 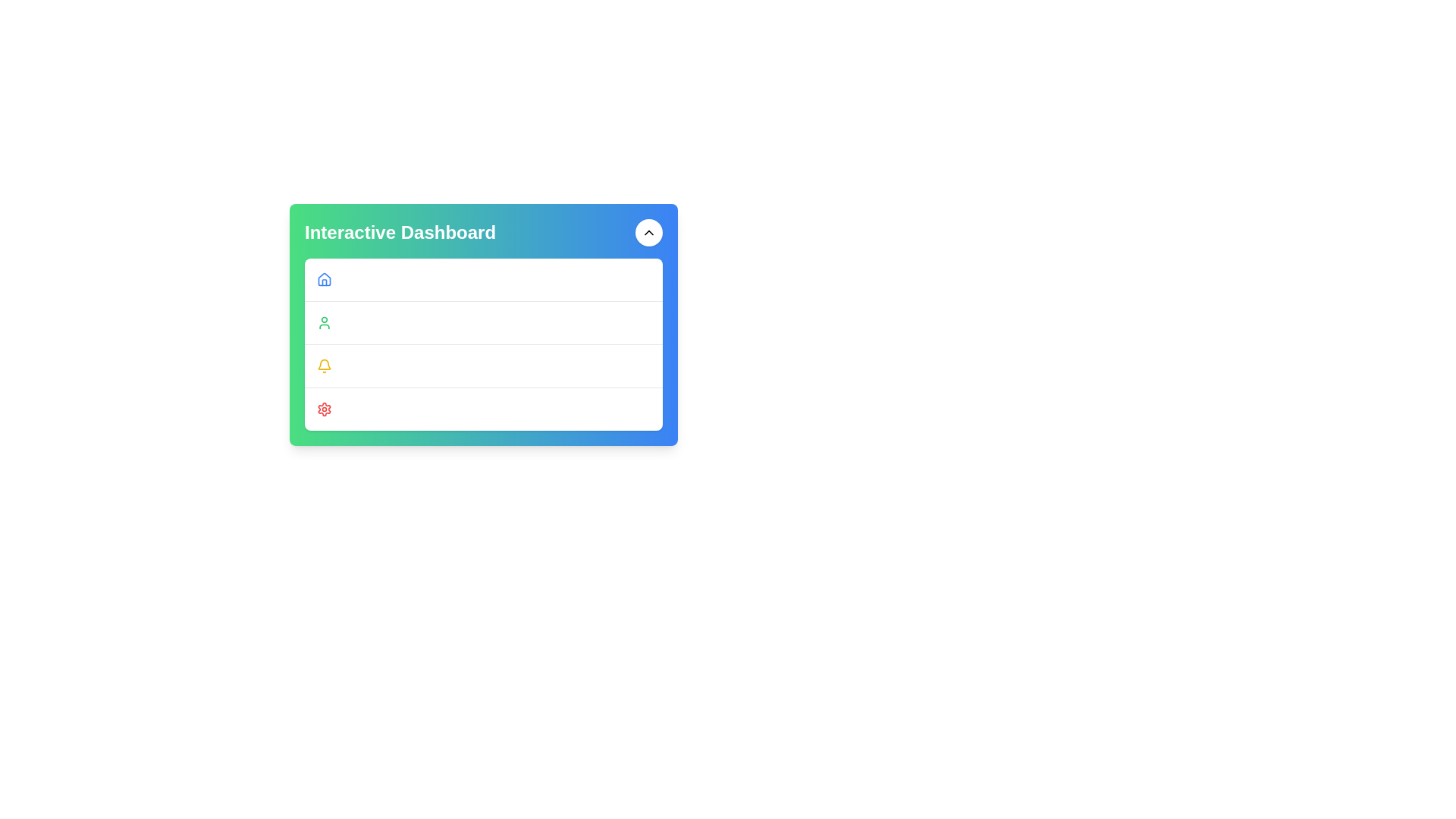 I want to click on the third item in the vertical list of options that serves as a navigation or selection option for accessing notification-related features, so click(x=483, y=366).